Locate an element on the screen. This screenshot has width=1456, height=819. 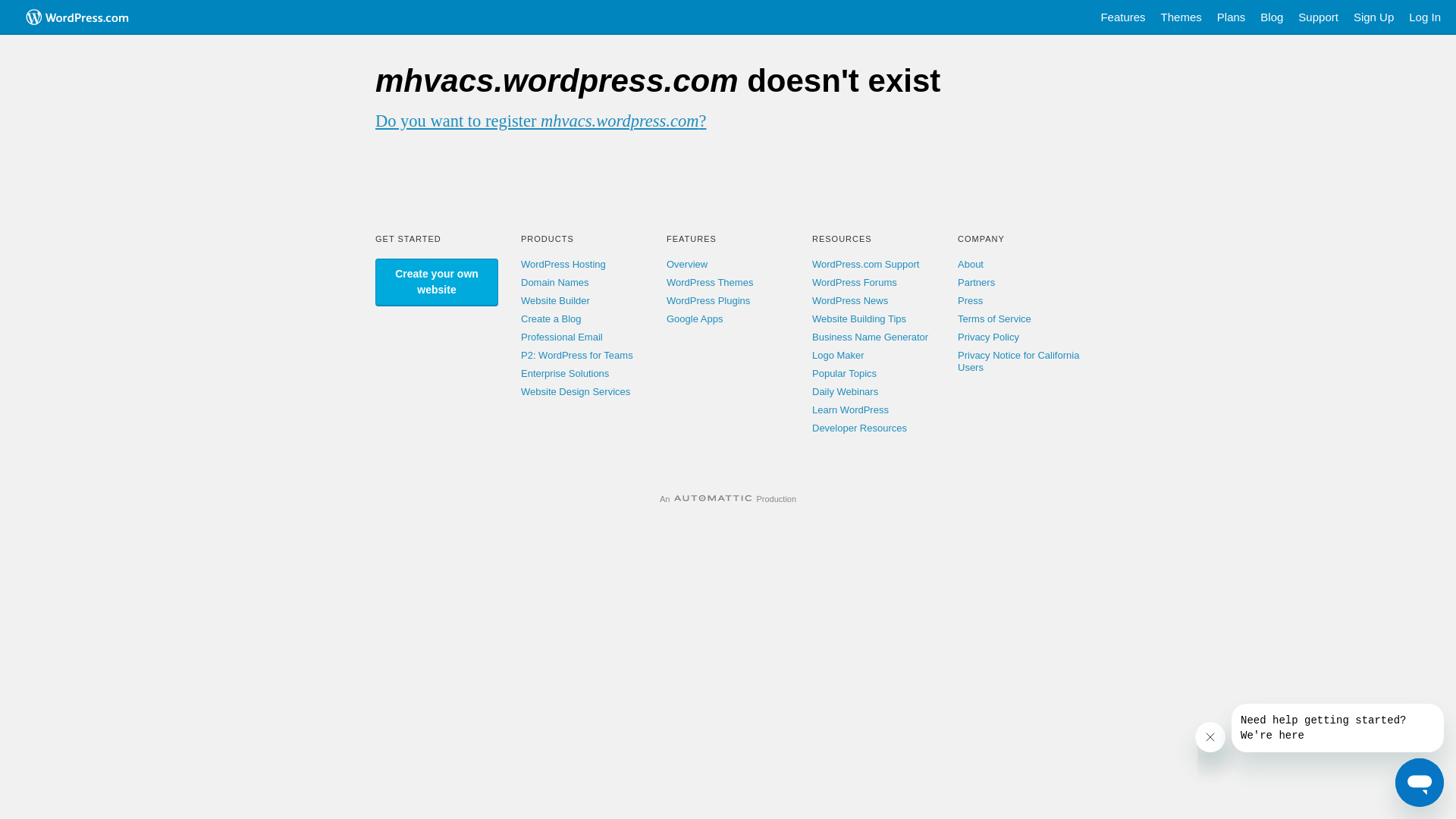
'Create a Blog' is located at coordinates (550, 318).